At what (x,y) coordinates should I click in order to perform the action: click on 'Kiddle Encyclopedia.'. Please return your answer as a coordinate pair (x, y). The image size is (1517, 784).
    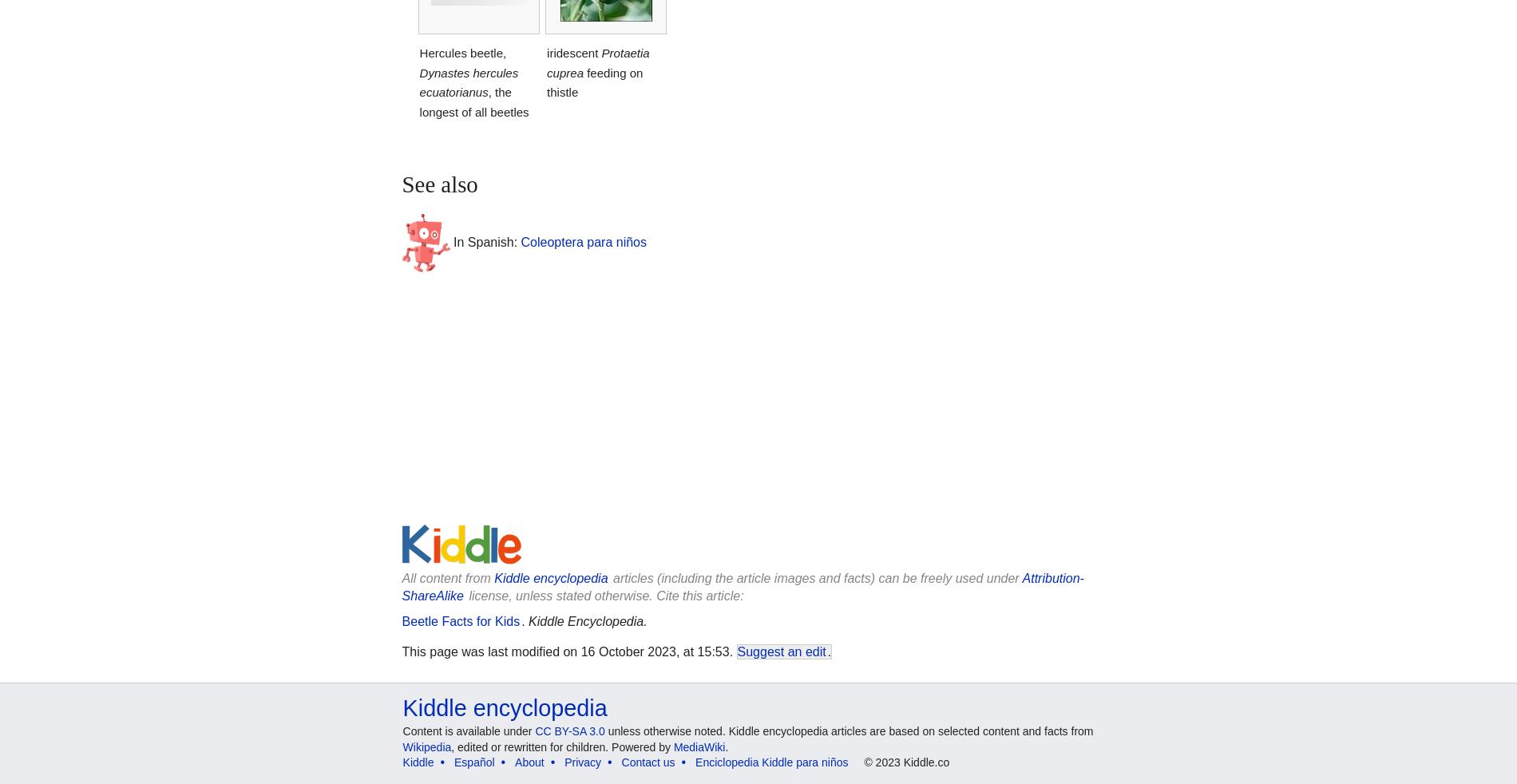
    Looking at the image, I should click on (528, 621).